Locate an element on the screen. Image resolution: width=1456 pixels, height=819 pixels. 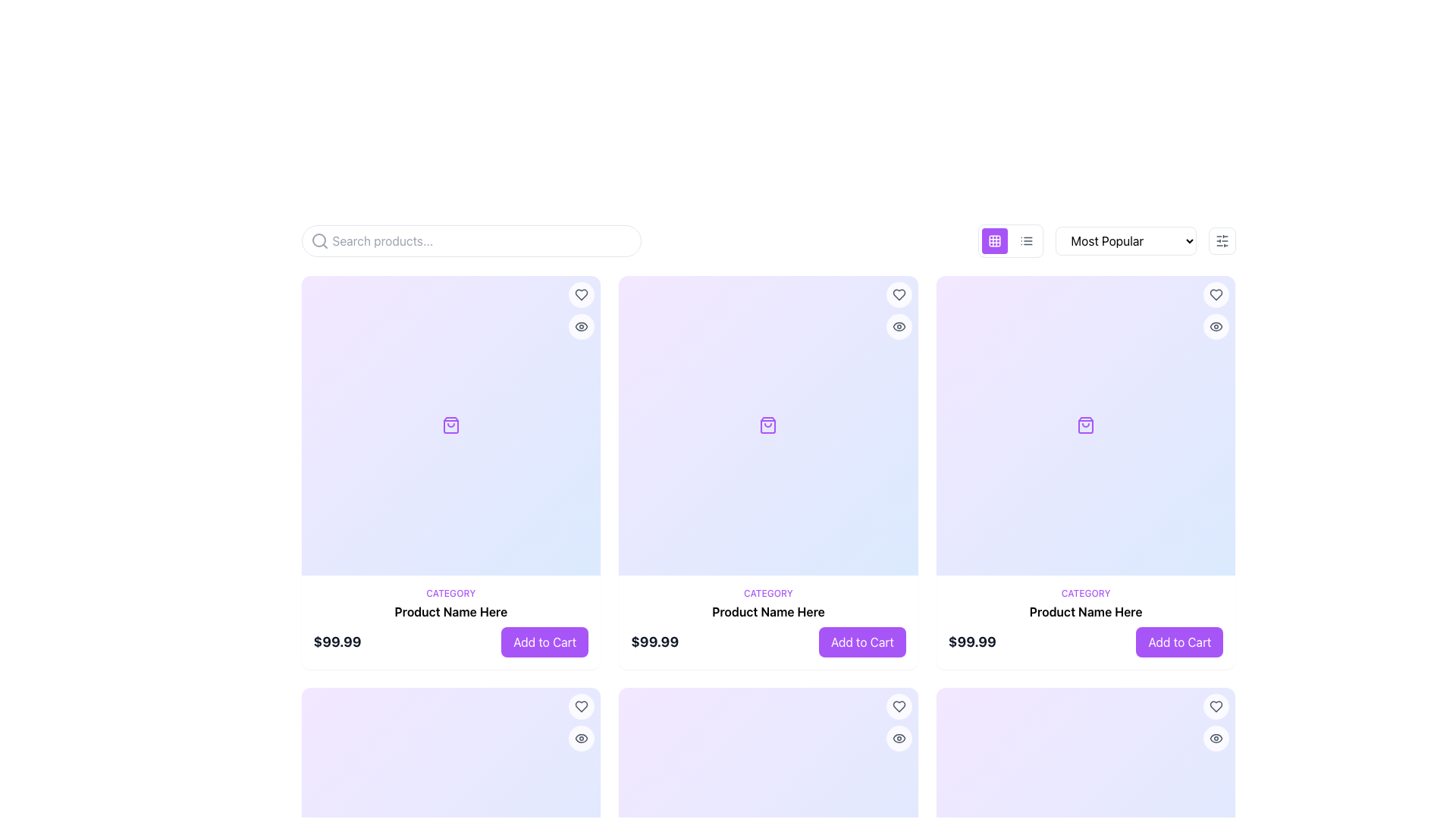
the rectangular button with a gray icon of horizontally aligned sliders located in the top-right control panel, to the right of the 'Most Popular' dropdown menu is located at coordinates (1222, 240).